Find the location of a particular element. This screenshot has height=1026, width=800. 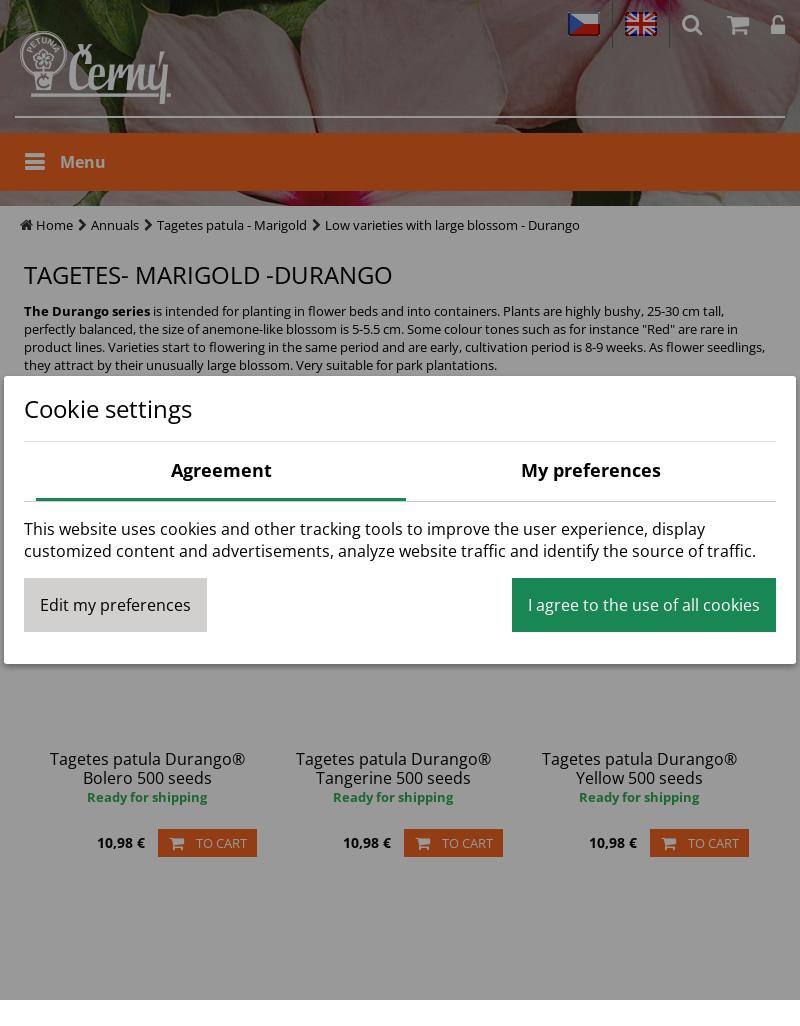

'The Durango series' is located at coordinates (24, 310).